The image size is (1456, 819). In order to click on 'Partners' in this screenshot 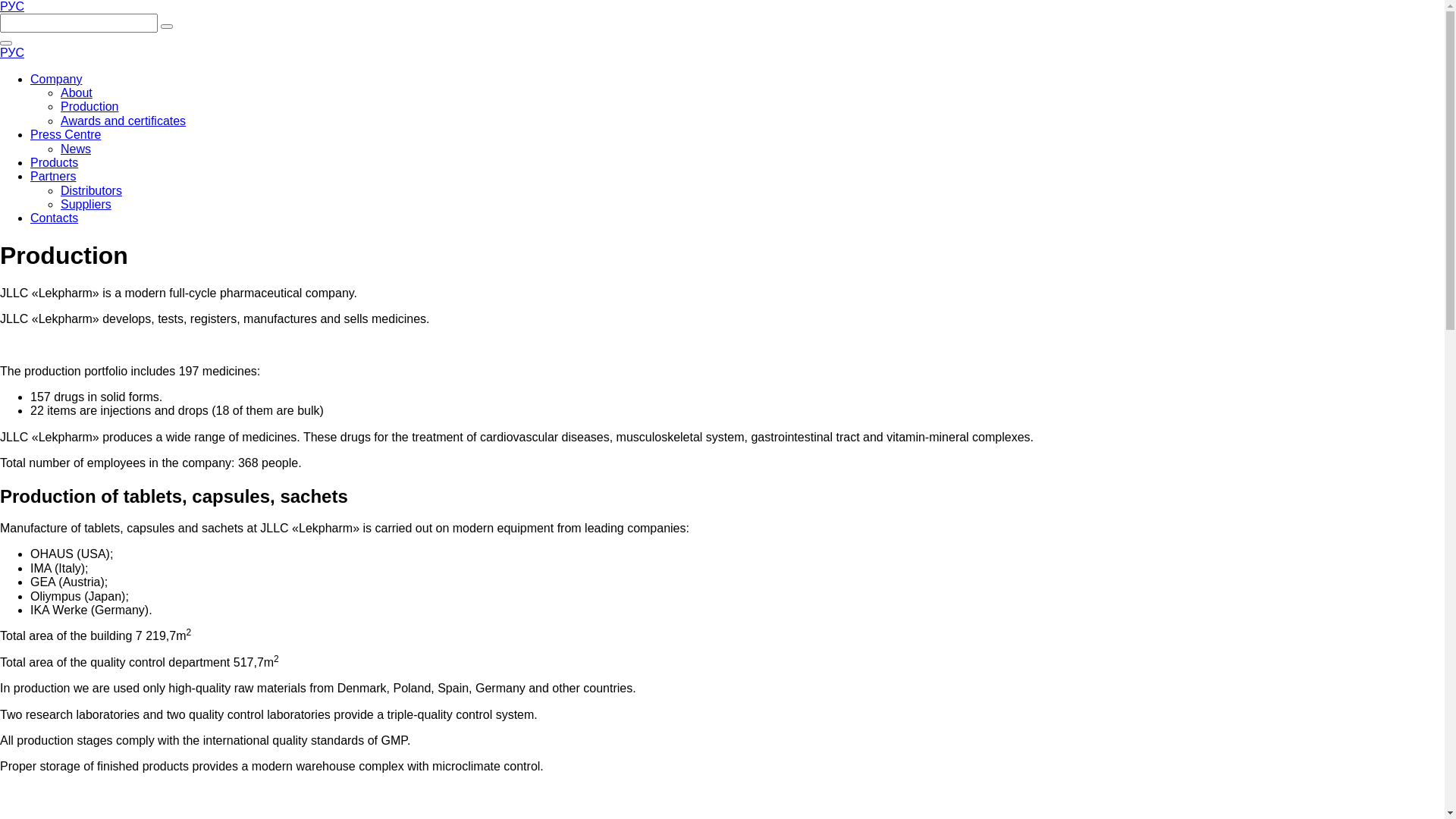, I will do `click(53, 175)`.